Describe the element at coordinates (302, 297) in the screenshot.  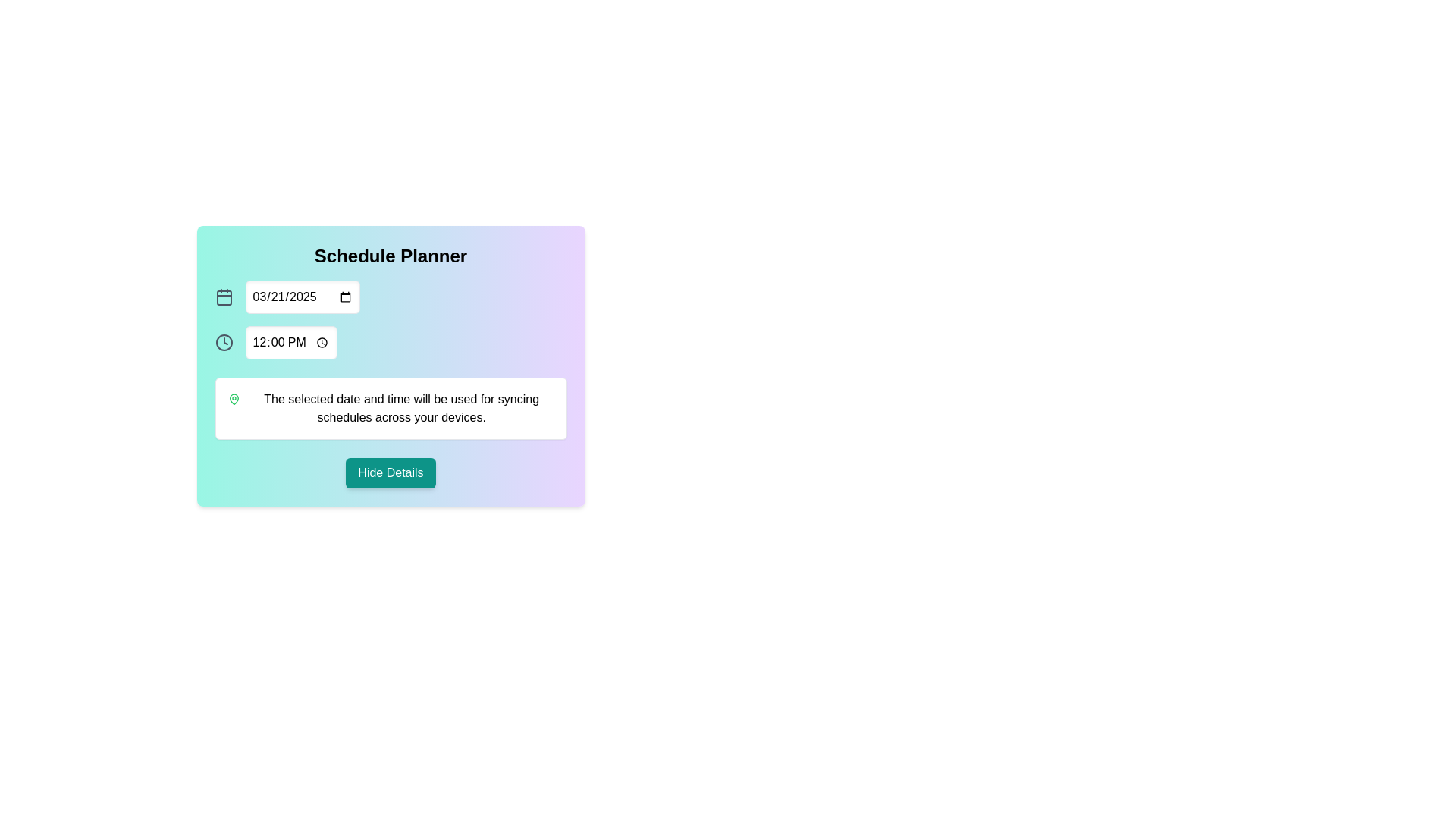
I see `the Date input field, which is a rectangular input field styled with a border and shadow effect, displaying the date value (03/21/2025)` at that location.